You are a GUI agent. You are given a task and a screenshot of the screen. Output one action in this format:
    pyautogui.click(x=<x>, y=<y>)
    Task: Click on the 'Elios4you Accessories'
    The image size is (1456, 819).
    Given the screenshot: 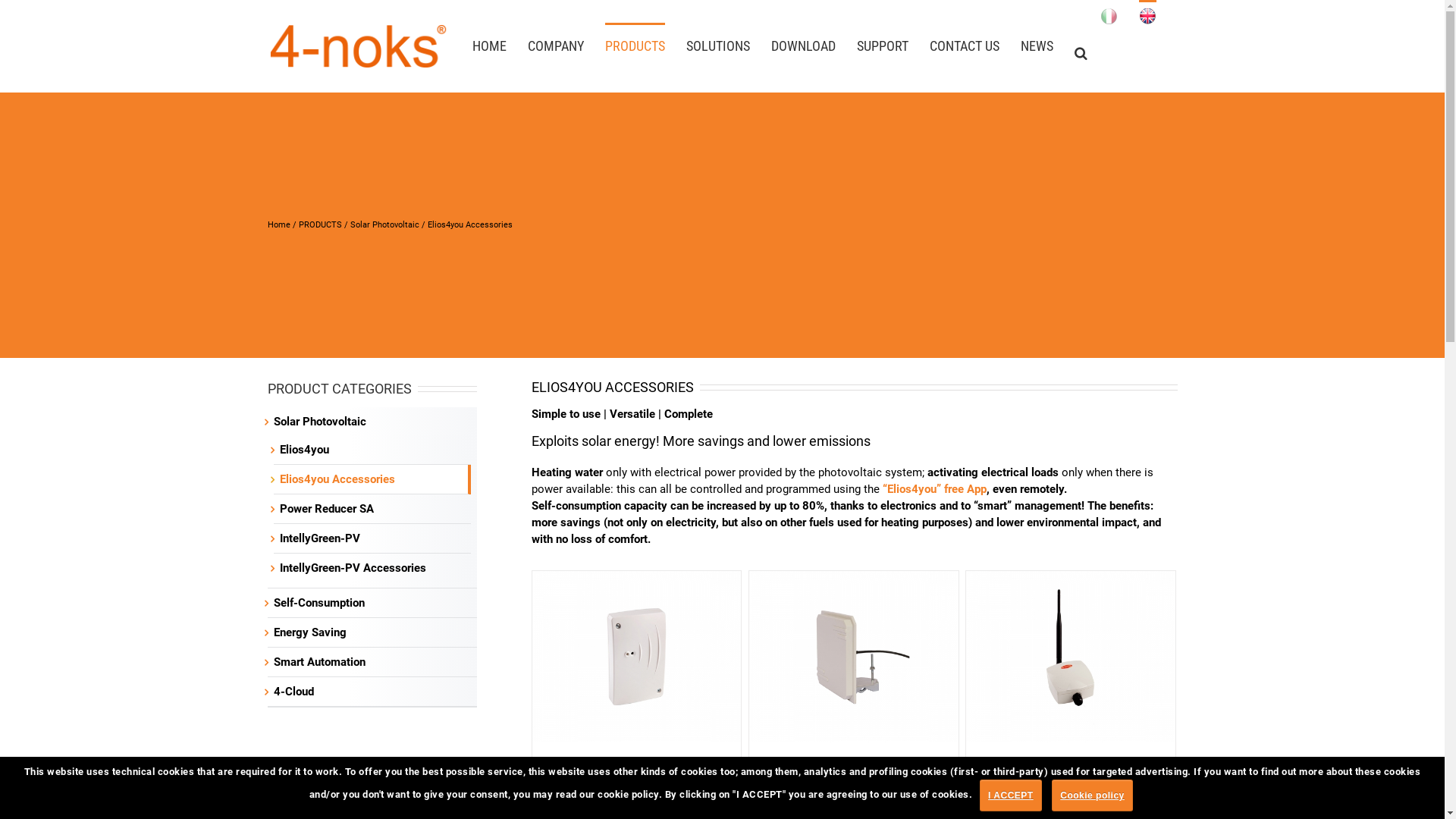 What is the action you would take?
    pyautogui.click(x=336, y=479)
    